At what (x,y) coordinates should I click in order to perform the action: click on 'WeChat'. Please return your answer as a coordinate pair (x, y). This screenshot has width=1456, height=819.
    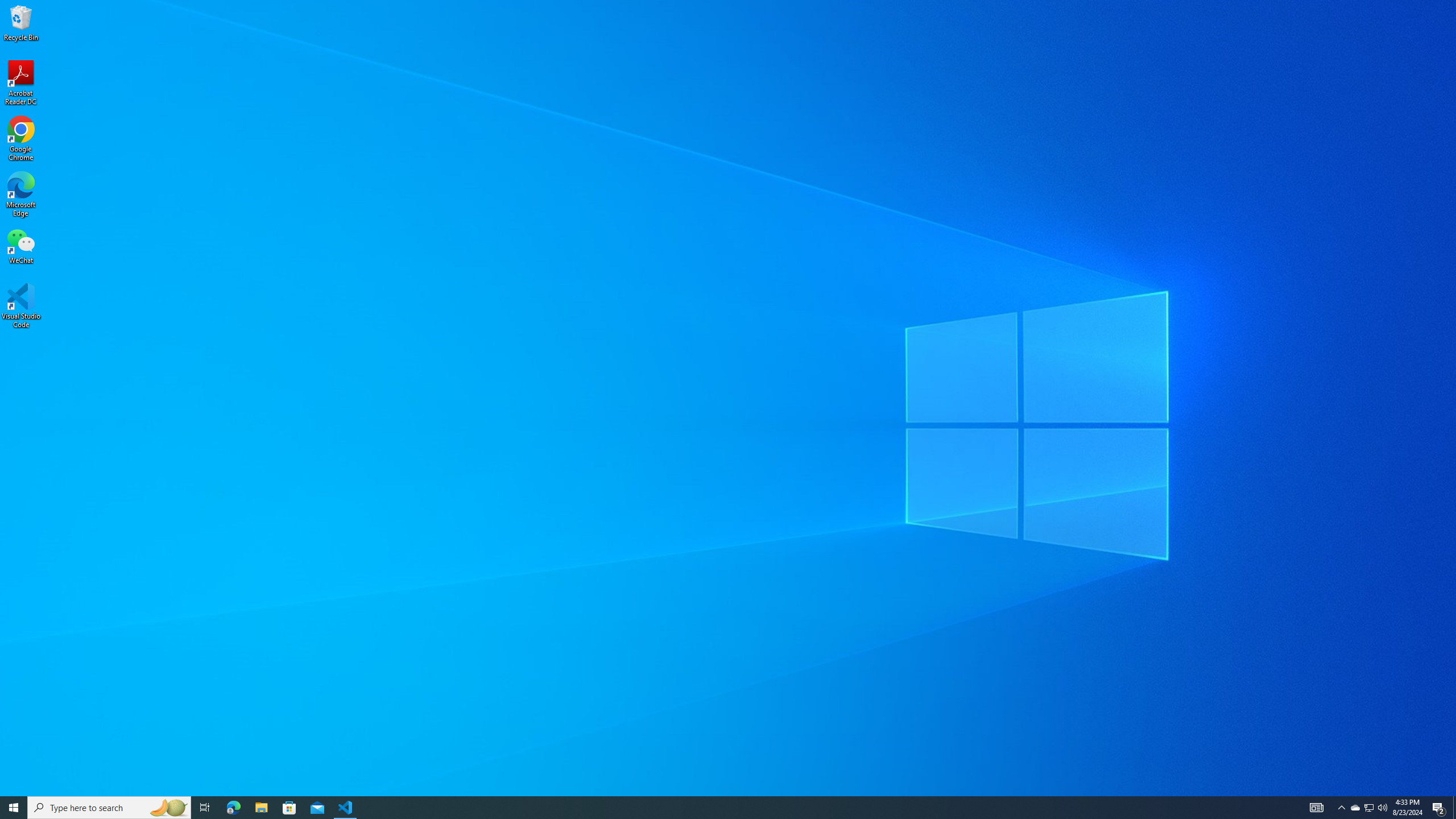
    Looking at the image, I should click on (20, 246).